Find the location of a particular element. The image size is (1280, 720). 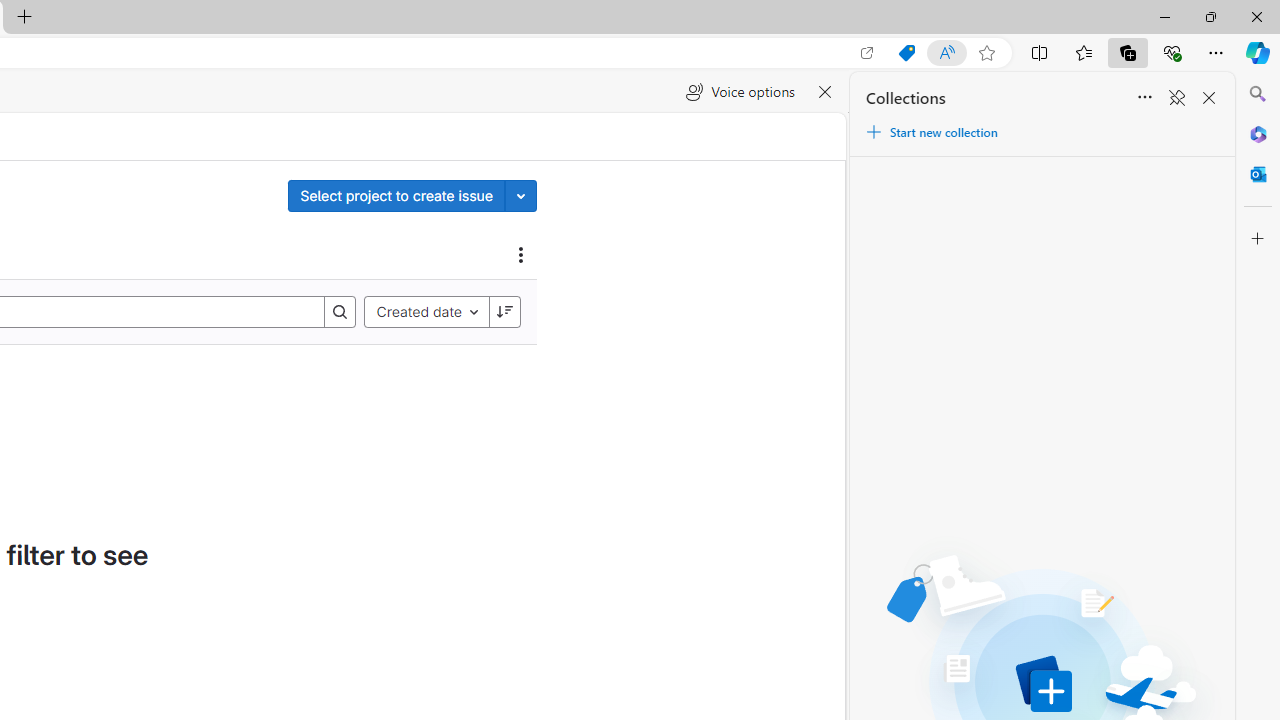

'Created date' is located at coordinates (425, 311).